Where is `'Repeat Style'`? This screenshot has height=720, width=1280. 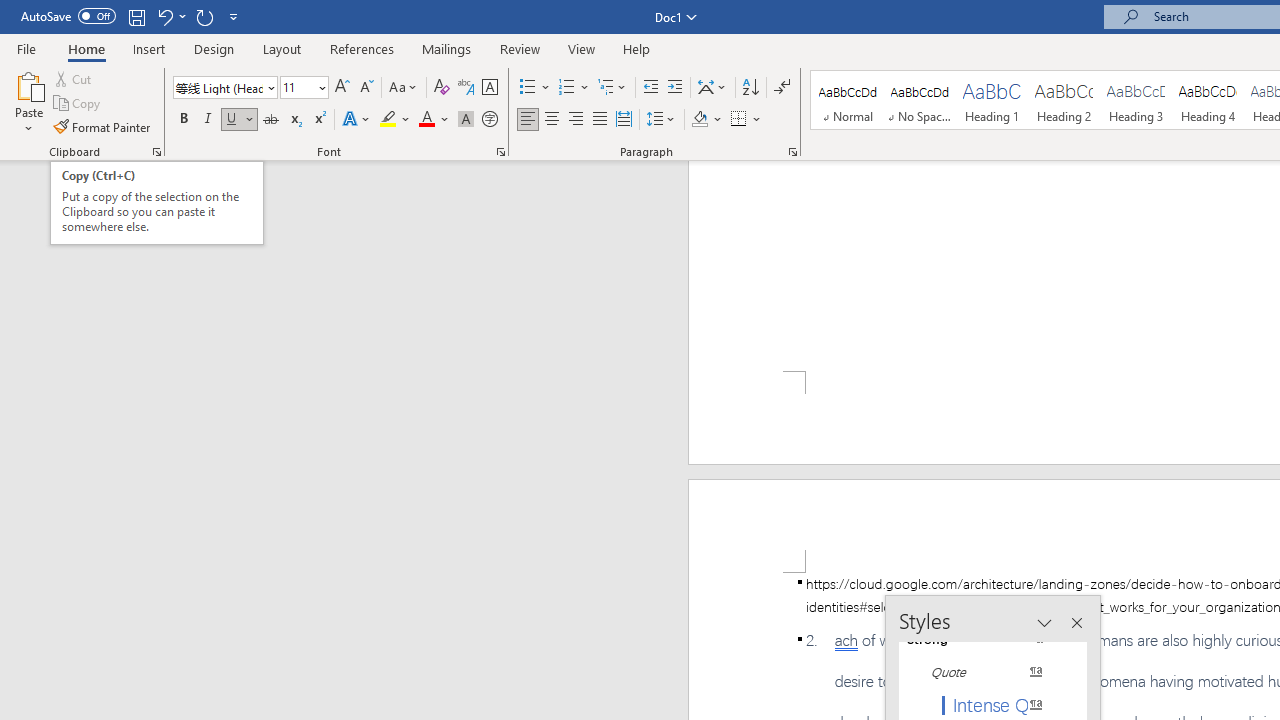
'Repeat Style' is located at coordinates (204, 16).